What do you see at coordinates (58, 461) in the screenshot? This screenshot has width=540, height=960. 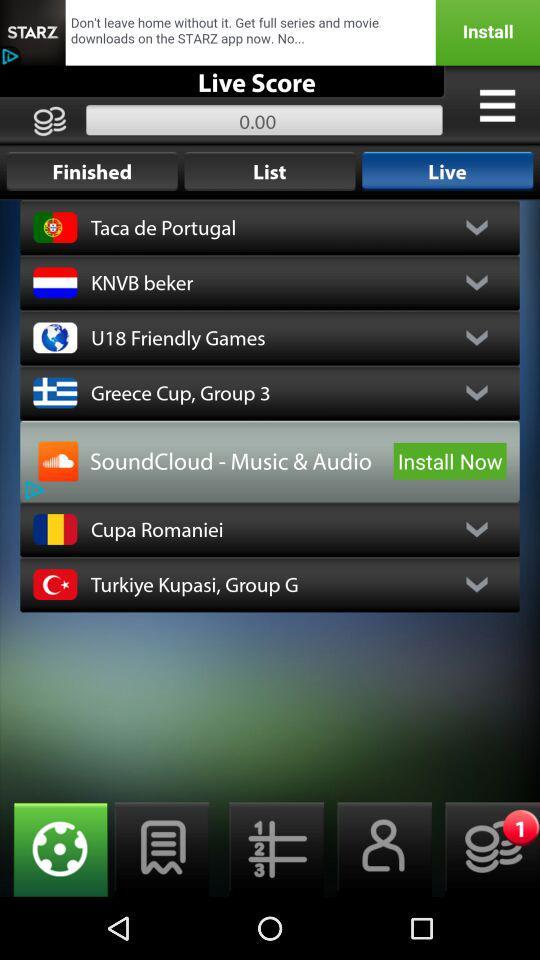 I see `sound` at bounding box center [58, 461].